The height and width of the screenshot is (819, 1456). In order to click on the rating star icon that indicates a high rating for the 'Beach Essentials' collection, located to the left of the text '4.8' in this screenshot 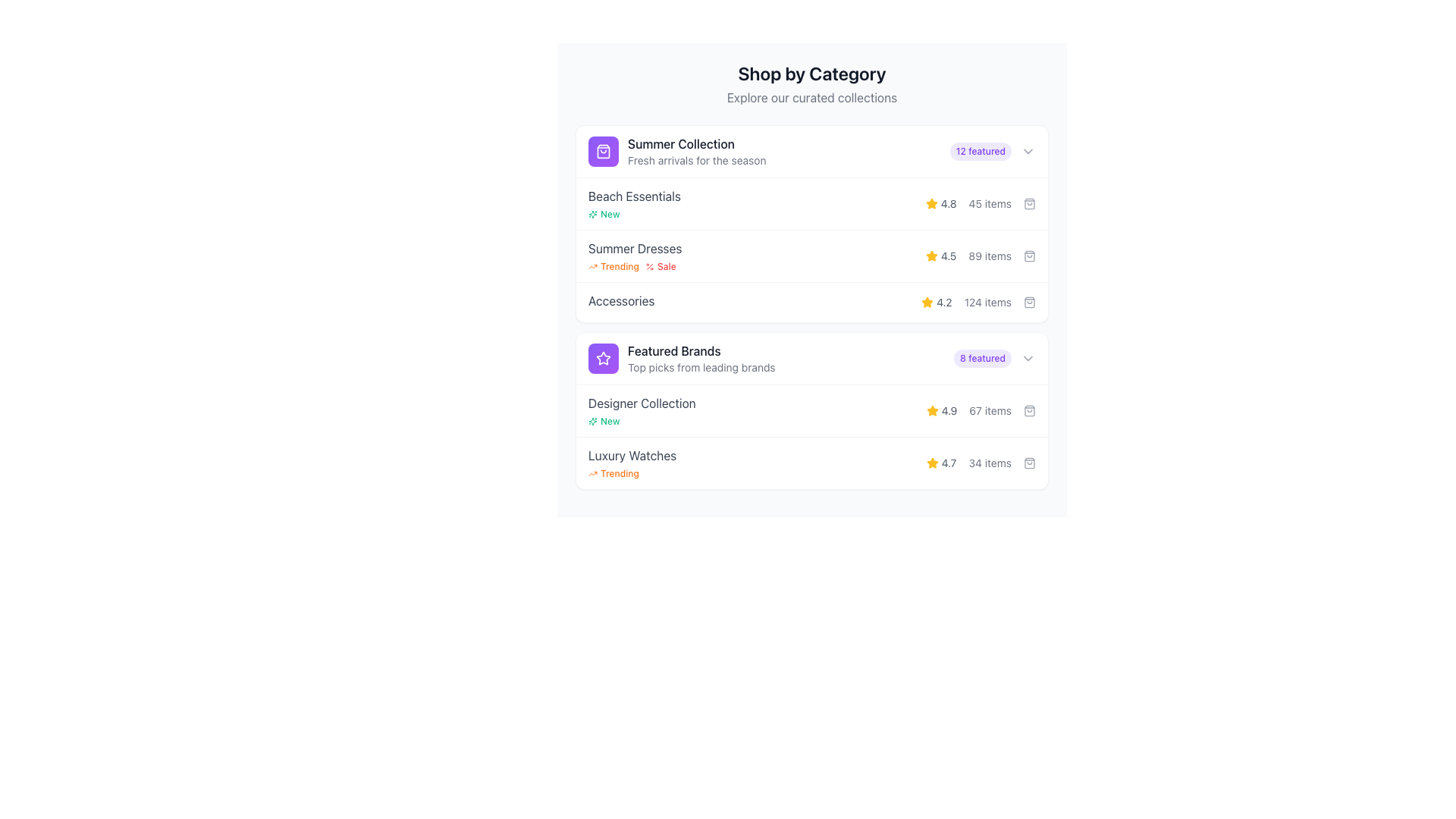, I will do `click(930, 203)`.